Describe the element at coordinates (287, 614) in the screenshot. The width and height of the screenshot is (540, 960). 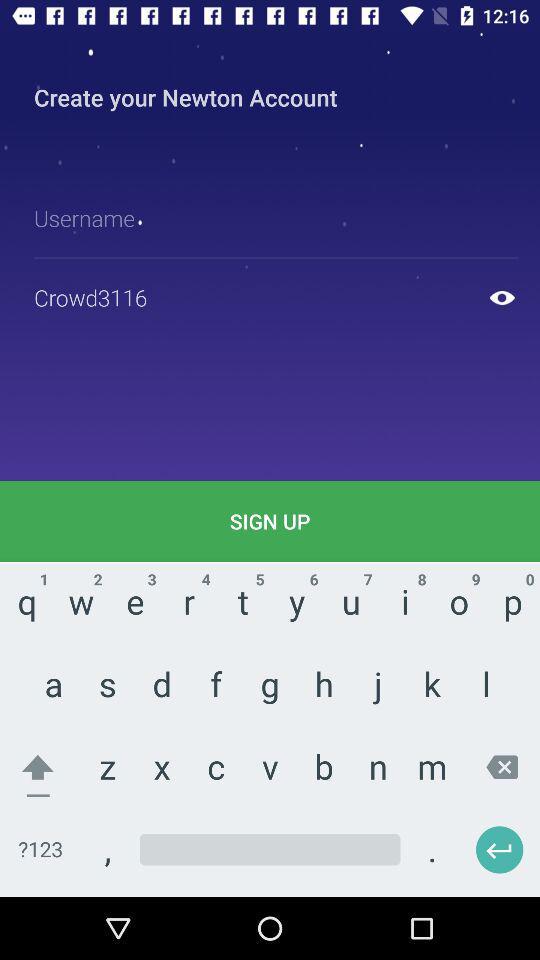
I see `the star icon` at that location.